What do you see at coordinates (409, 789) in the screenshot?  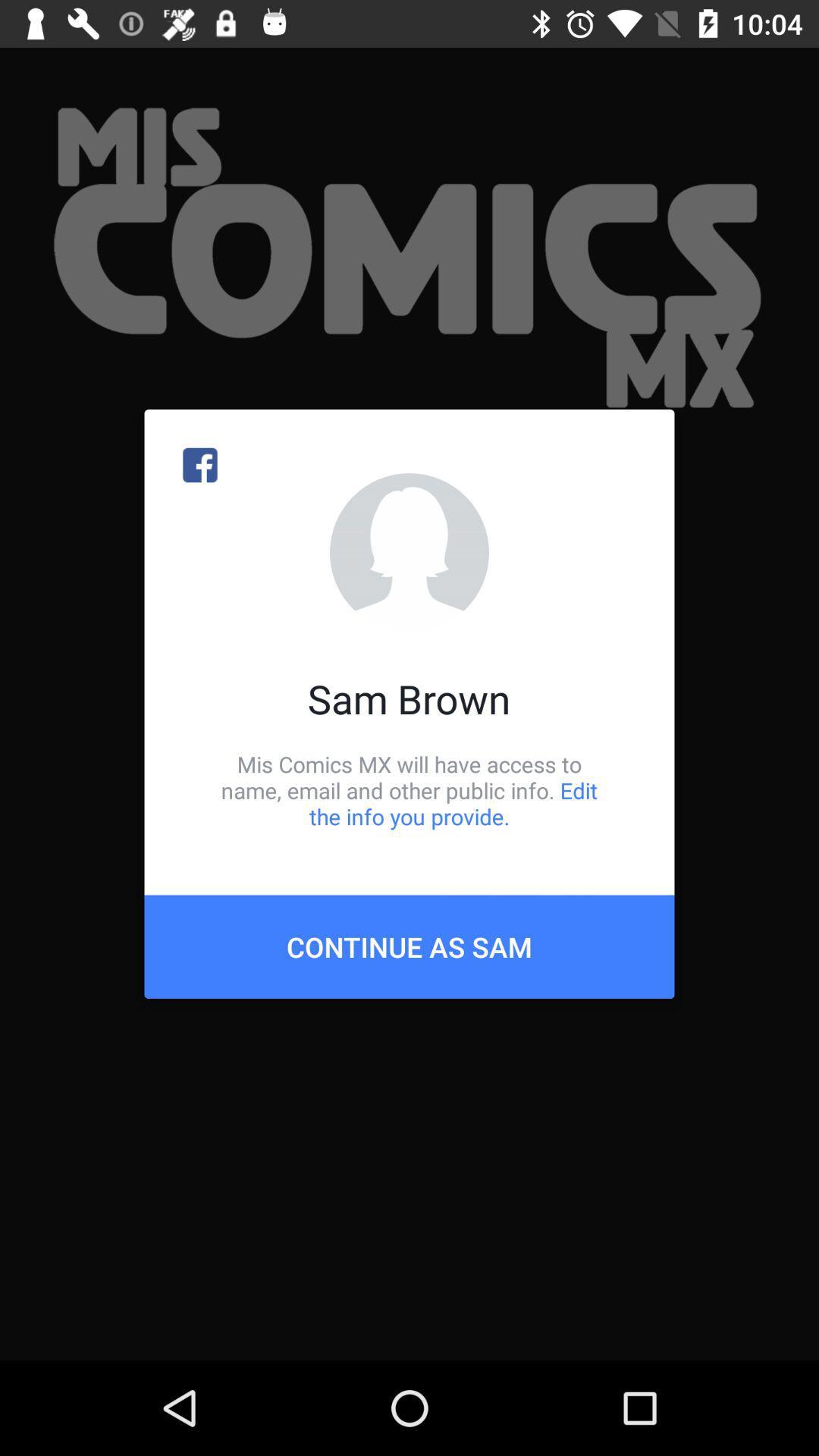 I see `the icon above continue as sam item` at bounding box center [409, 789].